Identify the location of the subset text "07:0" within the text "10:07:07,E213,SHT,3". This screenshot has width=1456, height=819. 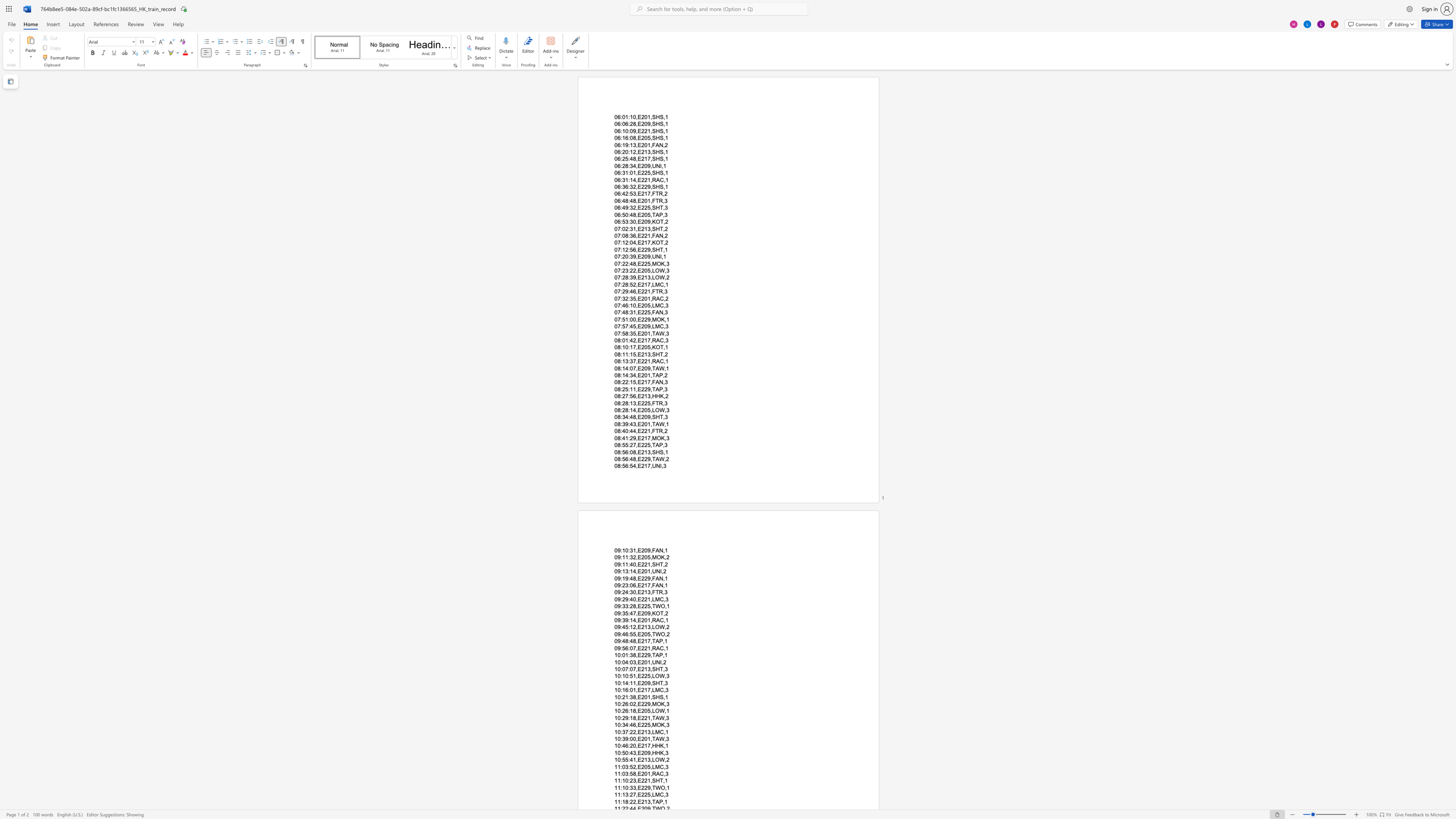
(622, 668).